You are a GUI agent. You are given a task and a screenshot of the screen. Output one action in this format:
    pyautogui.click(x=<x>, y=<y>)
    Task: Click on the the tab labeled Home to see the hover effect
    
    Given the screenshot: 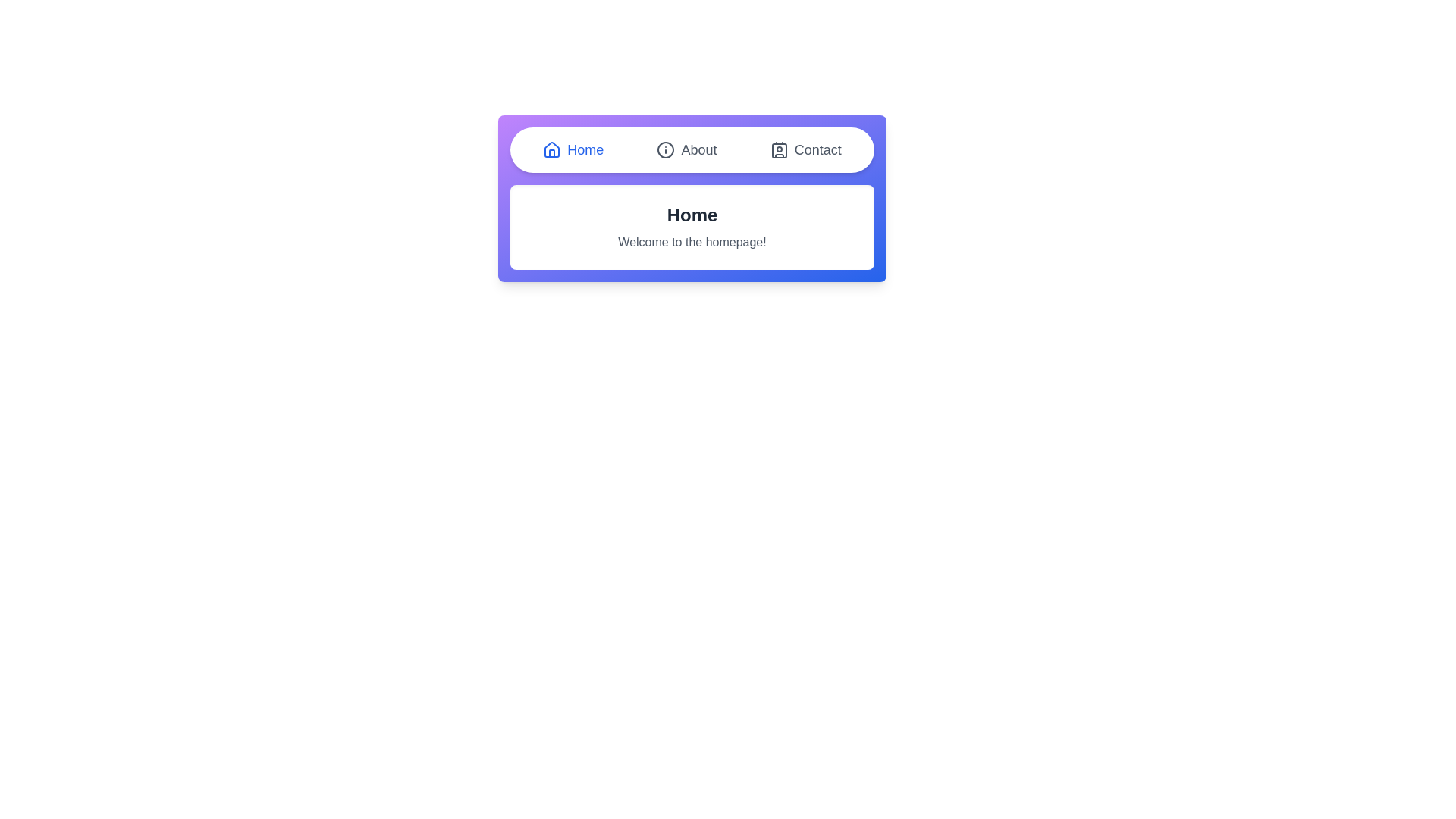 What is the action you would take?
    pyautogui.click(x=572, y=149)
    